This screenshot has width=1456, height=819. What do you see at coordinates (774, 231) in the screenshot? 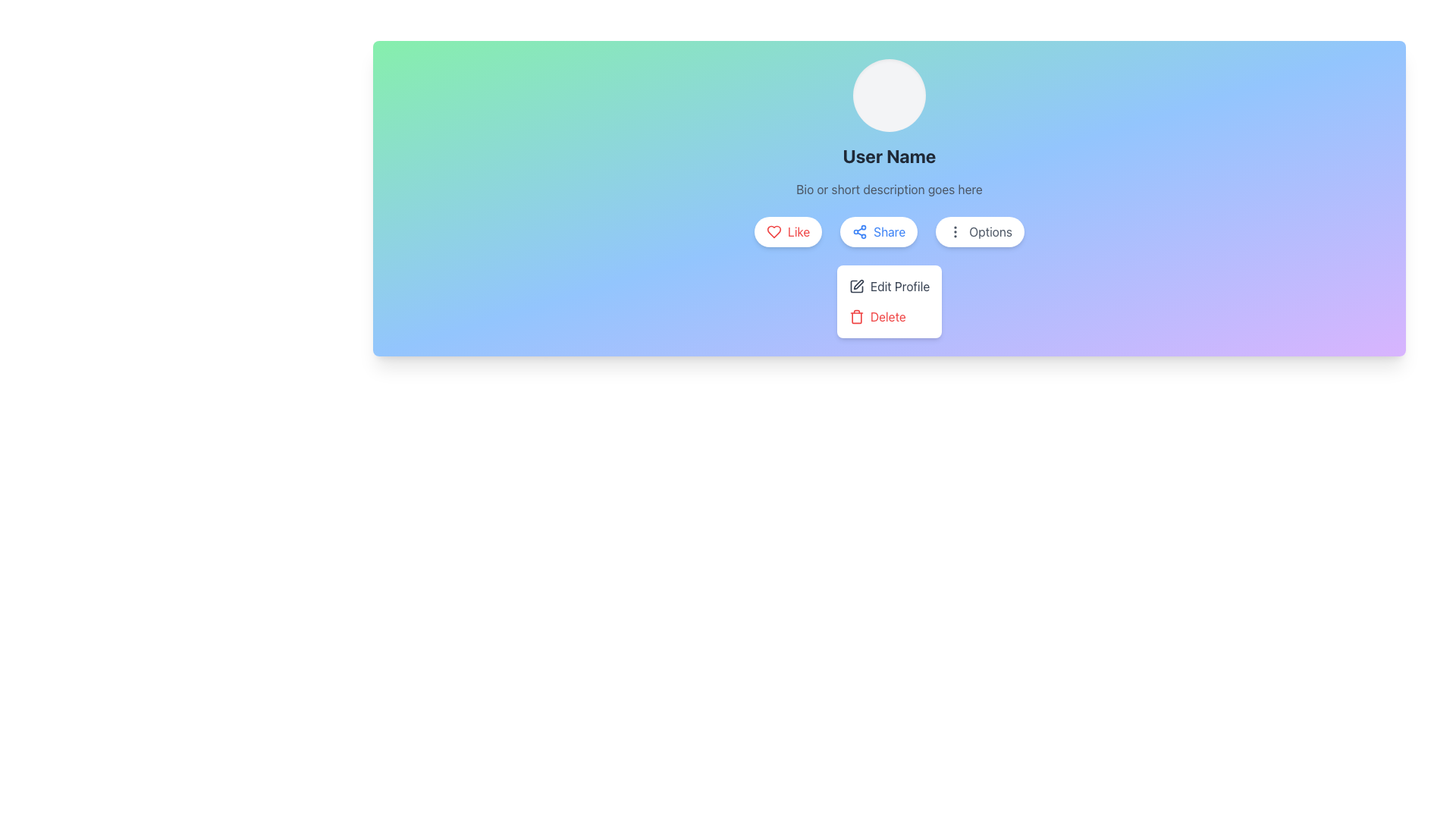
I see `the 'Like' button with the heart icon` at bounding box center [774, 231].